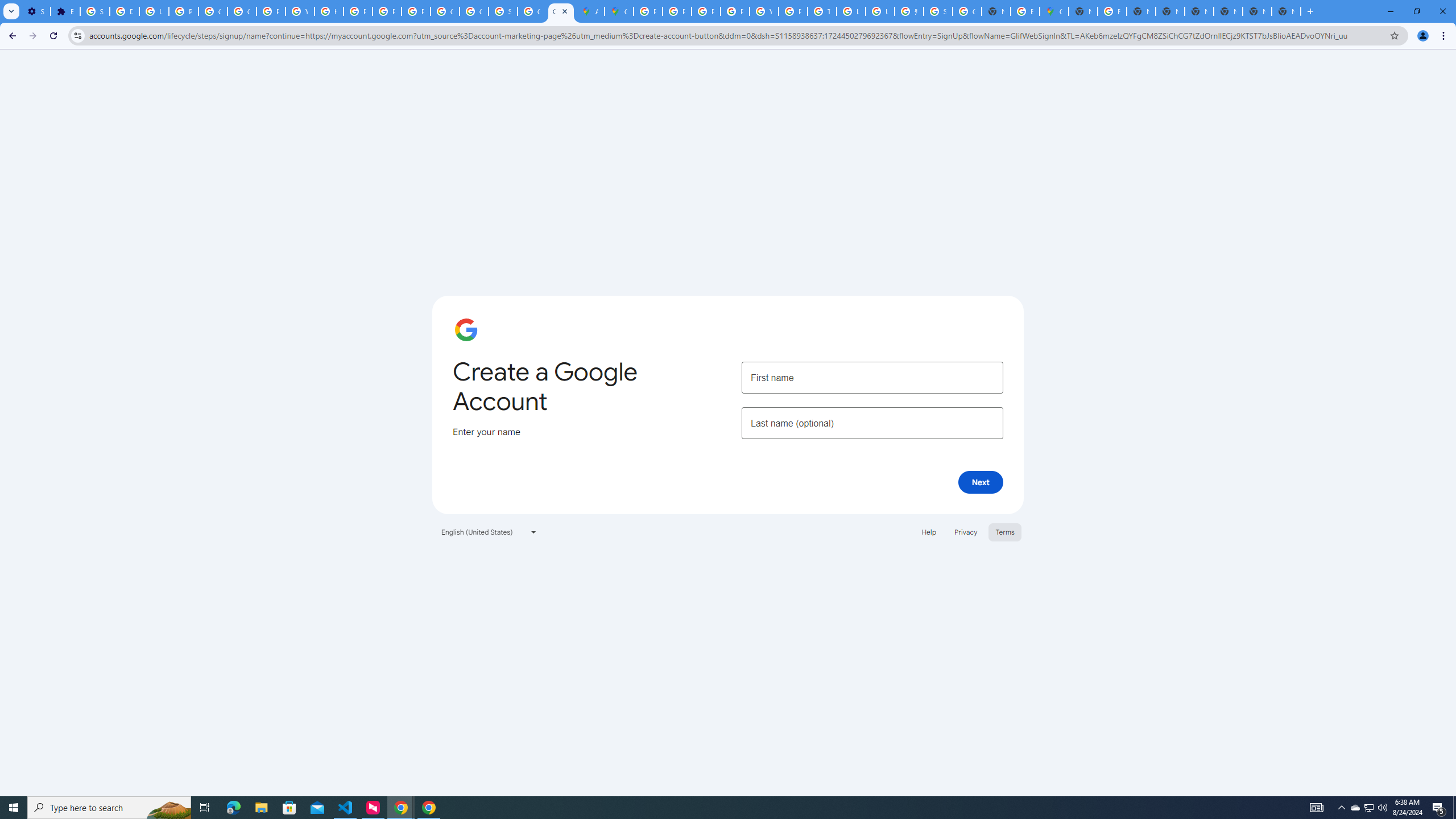 The height and width of the screenshot is (819, 1456). I want to click on 'Extensions', so click(65, 11).